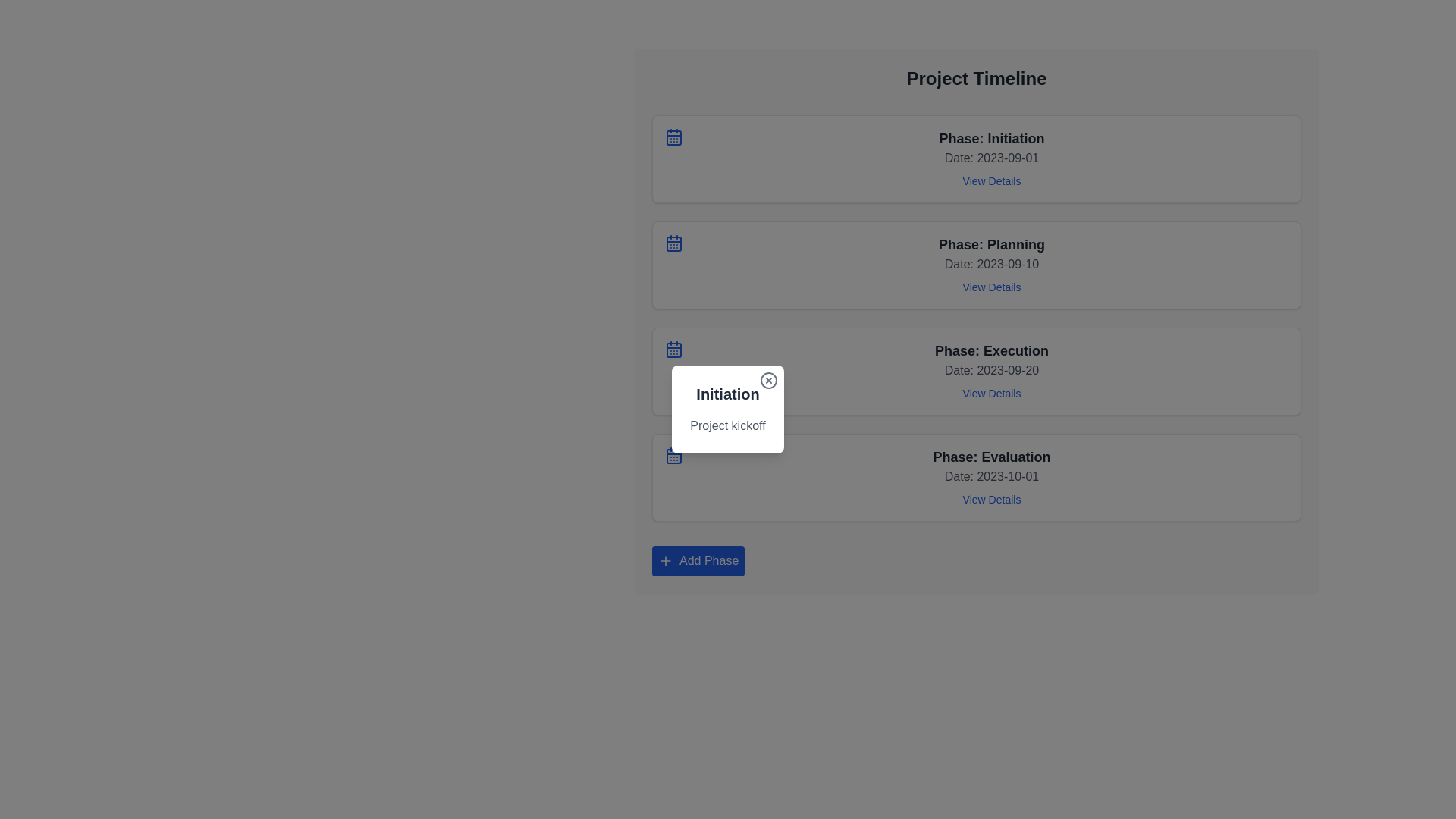 The height and width of the screenshot is (819, 1456). Describe the element at coordinates (673, 137) in the screenshot. I see `the calendar icon segment located in the top-left area of the 'Phase: Initiation' entry in the project timeline interface` at that location.